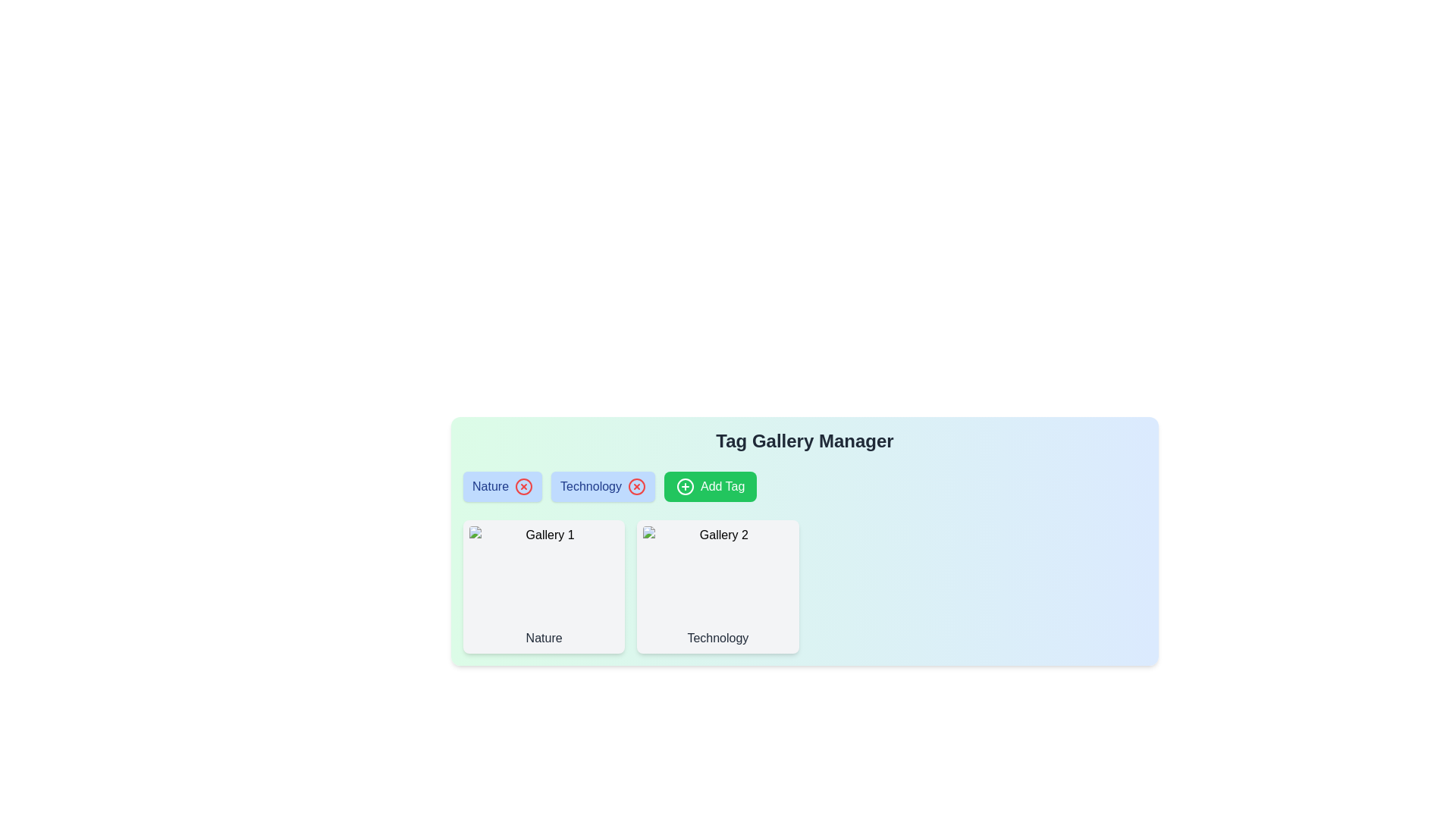 The height and width of the screenshot is (819, 1456). I want to click on the SVG Icon that signifies the functionality of addition, located to the left of the 'Add Tag' button, so click(684, 486).